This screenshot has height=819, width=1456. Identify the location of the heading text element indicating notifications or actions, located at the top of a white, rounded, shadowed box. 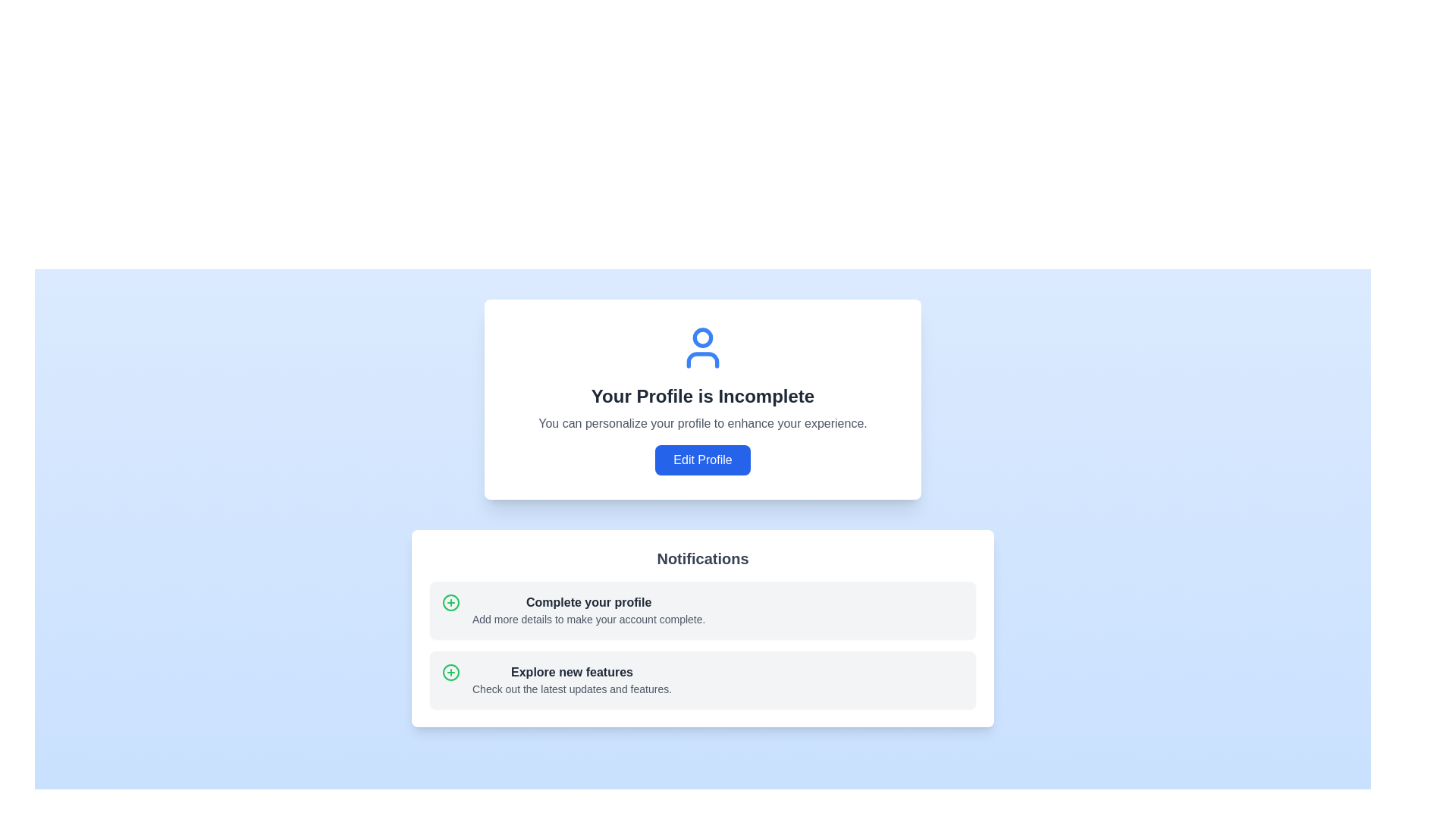
(701, 558).